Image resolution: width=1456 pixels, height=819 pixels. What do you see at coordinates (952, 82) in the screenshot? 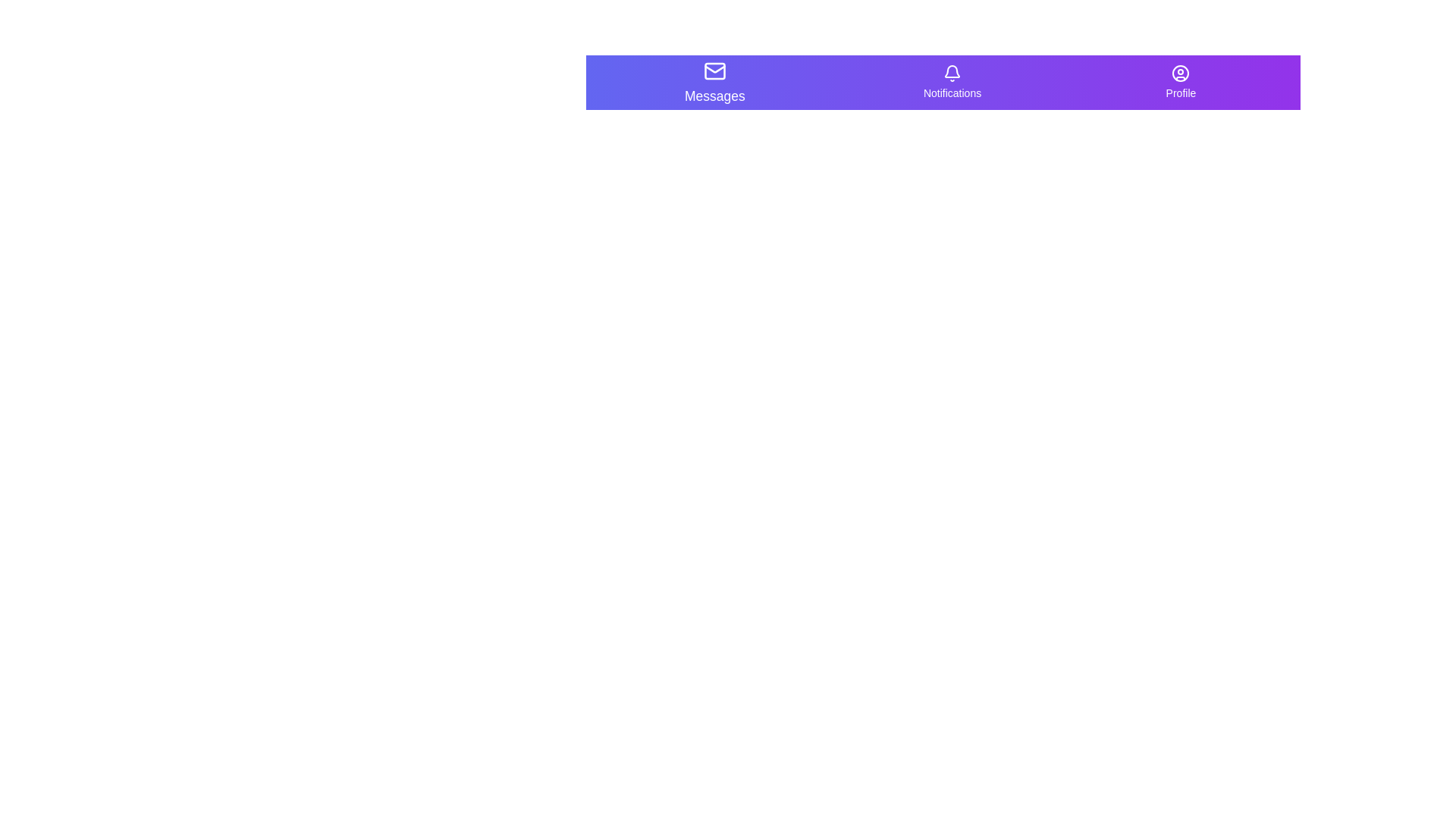
I see `the navigation item Notifications` at bounding box center [952, 82].